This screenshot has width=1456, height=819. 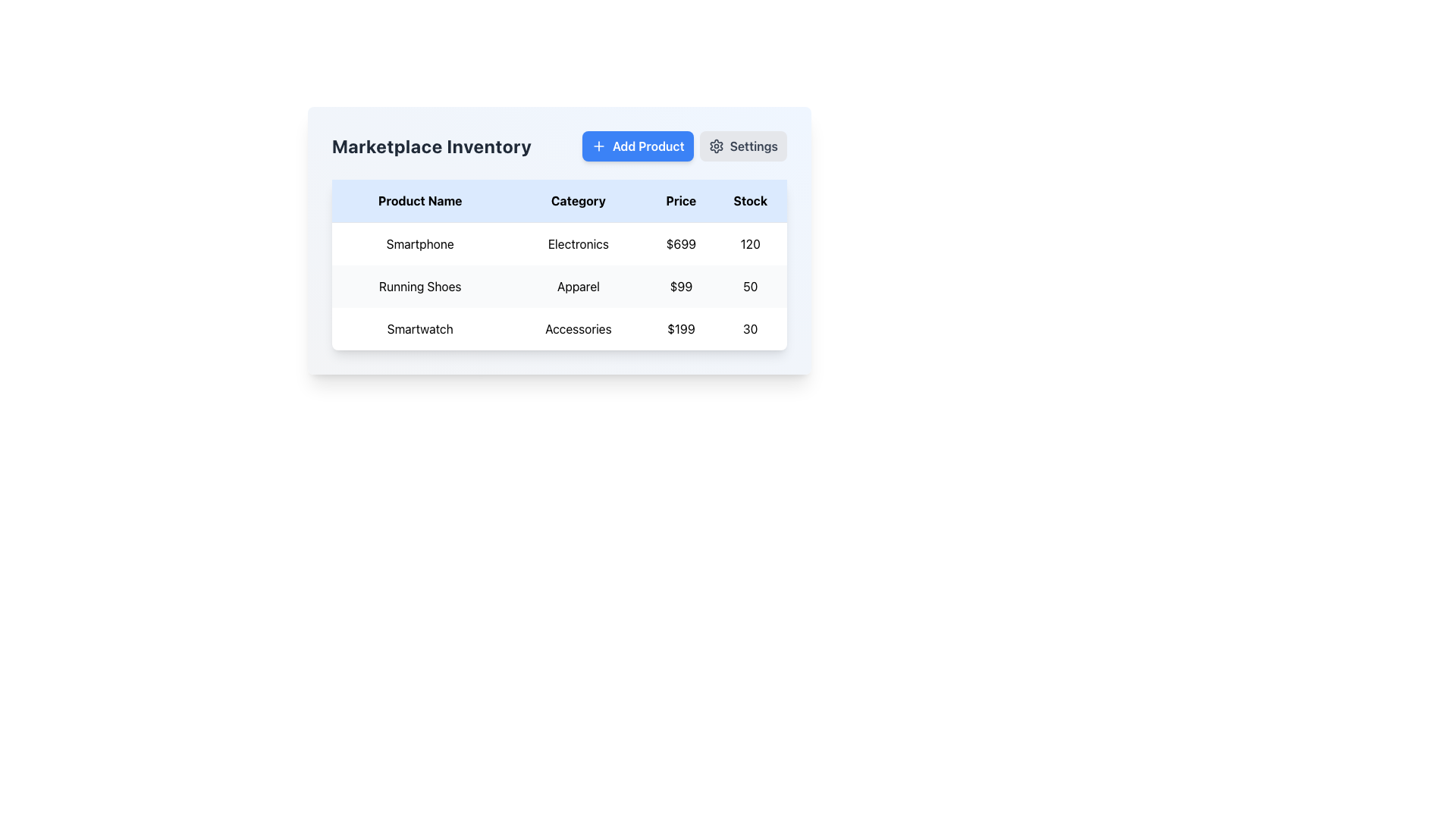 What do you see at coordinates (715, 146) in the screenshot?
I see `the gear-like icon located at the rightmost part of the top bar of the card, which is part of the 'Settings' button, to show a context menu` at bounding box center [715, 146].